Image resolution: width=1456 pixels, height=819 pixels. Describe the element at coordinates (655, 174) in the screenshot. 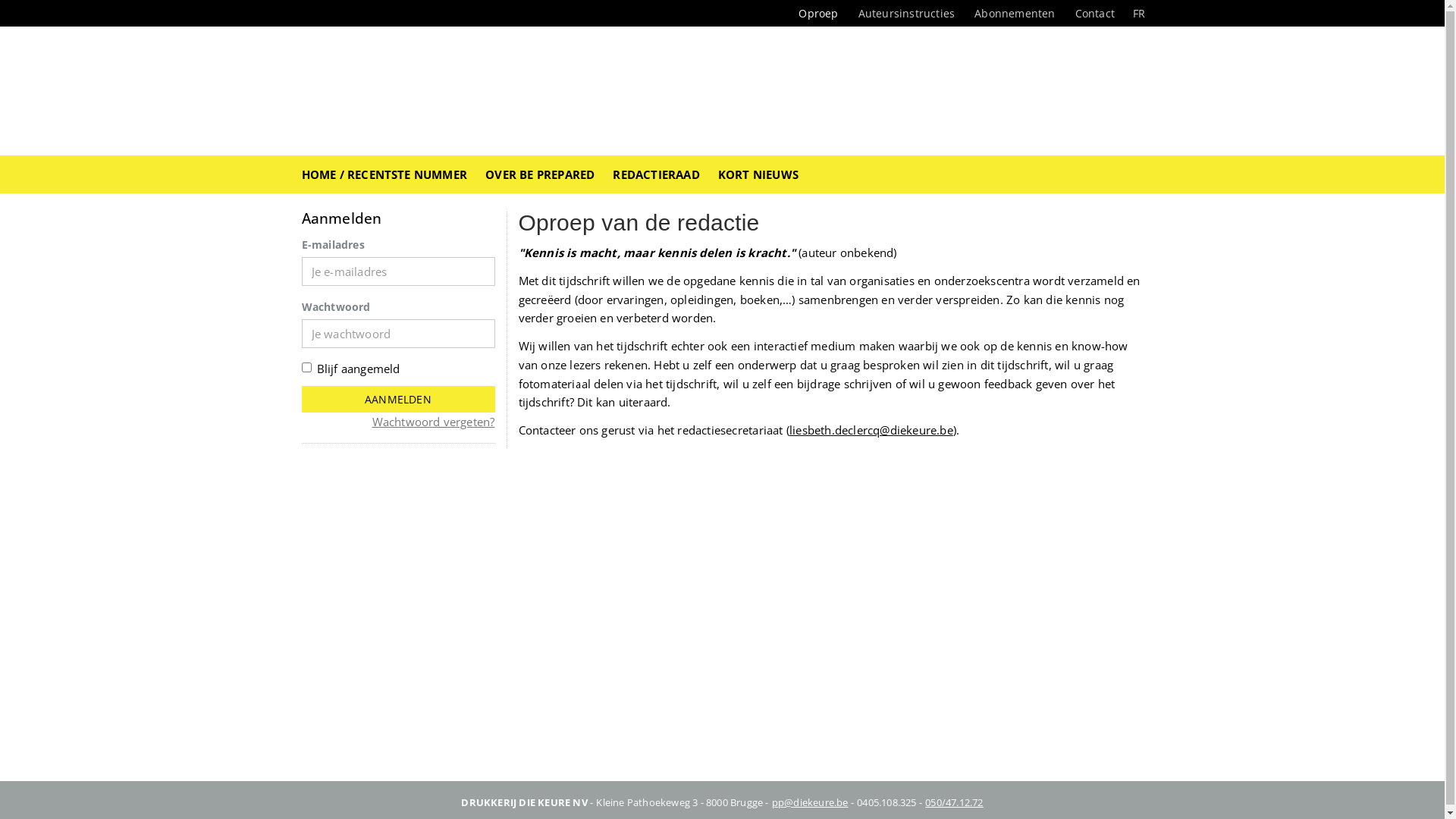

I see `'REDACTIERAAD'` at that location.